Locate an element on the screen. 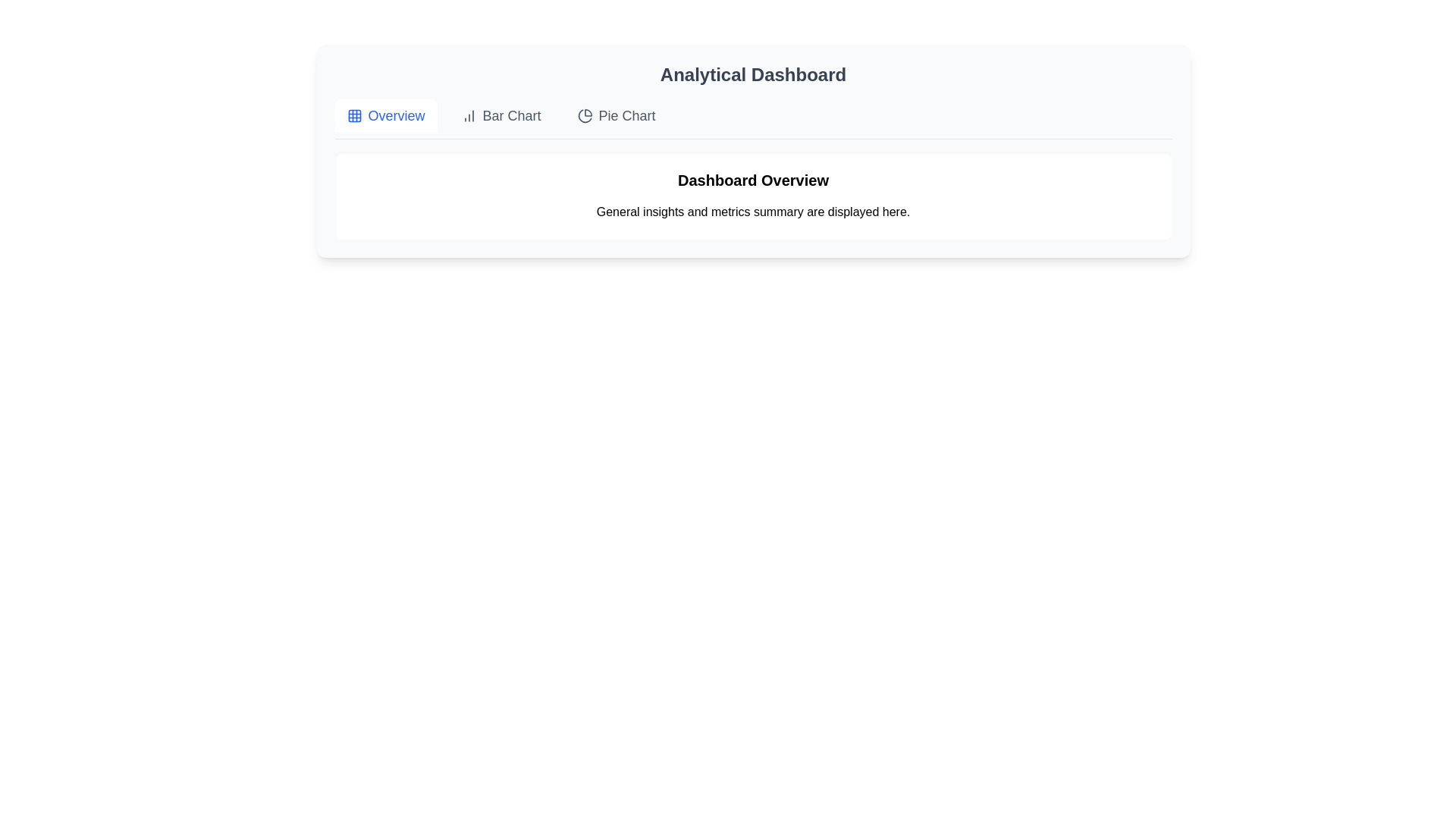 The width and height of the screenshot is (1456, 819). the 'Bar Chart' navigation tab to change its background color is located at coordinates (512, 115).